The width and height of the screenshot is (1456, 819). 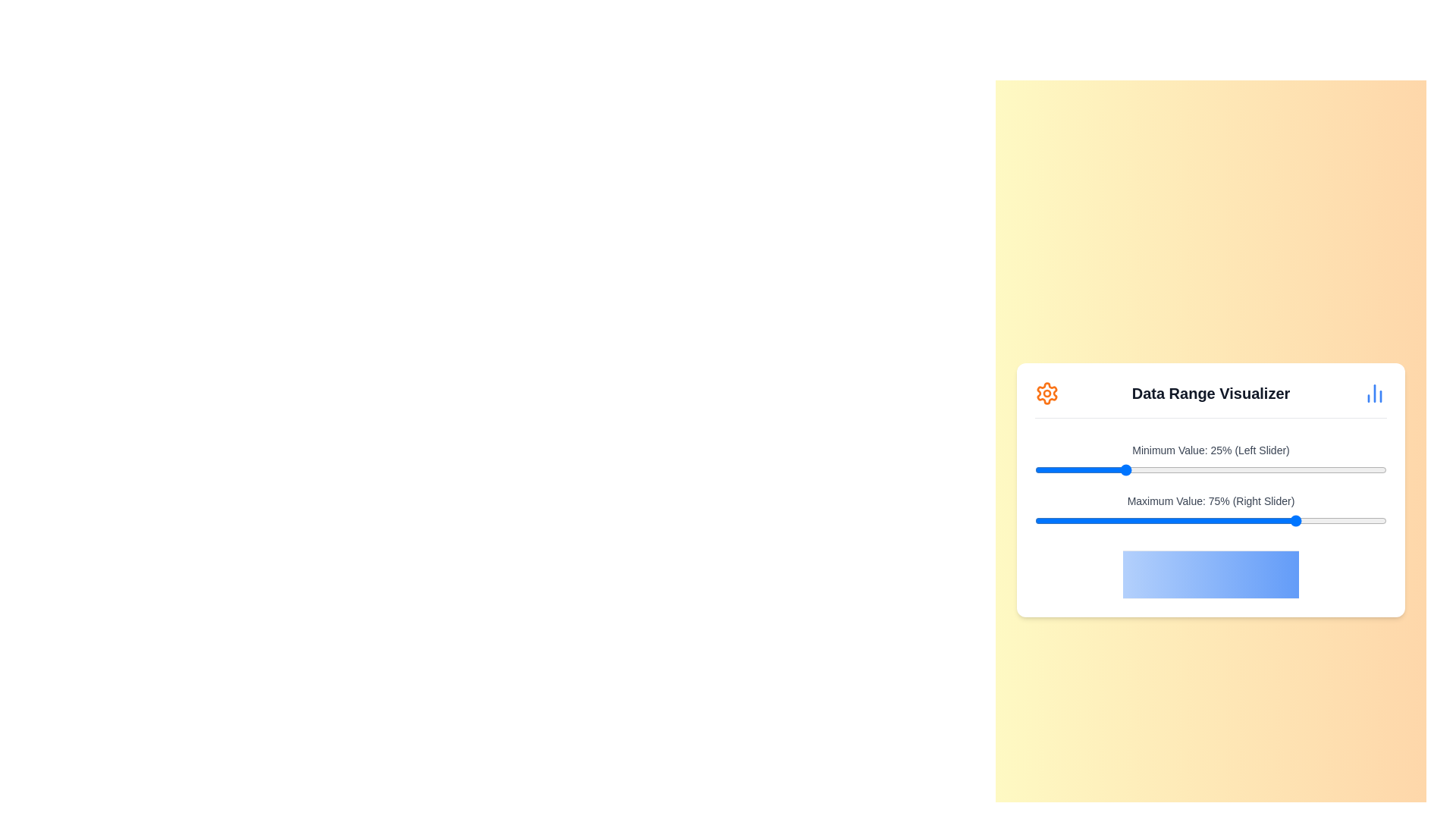 What do you see at coordinates (1130, 469) in the screenshot?
I see `the left slider` at bounding box center [1130, 469].